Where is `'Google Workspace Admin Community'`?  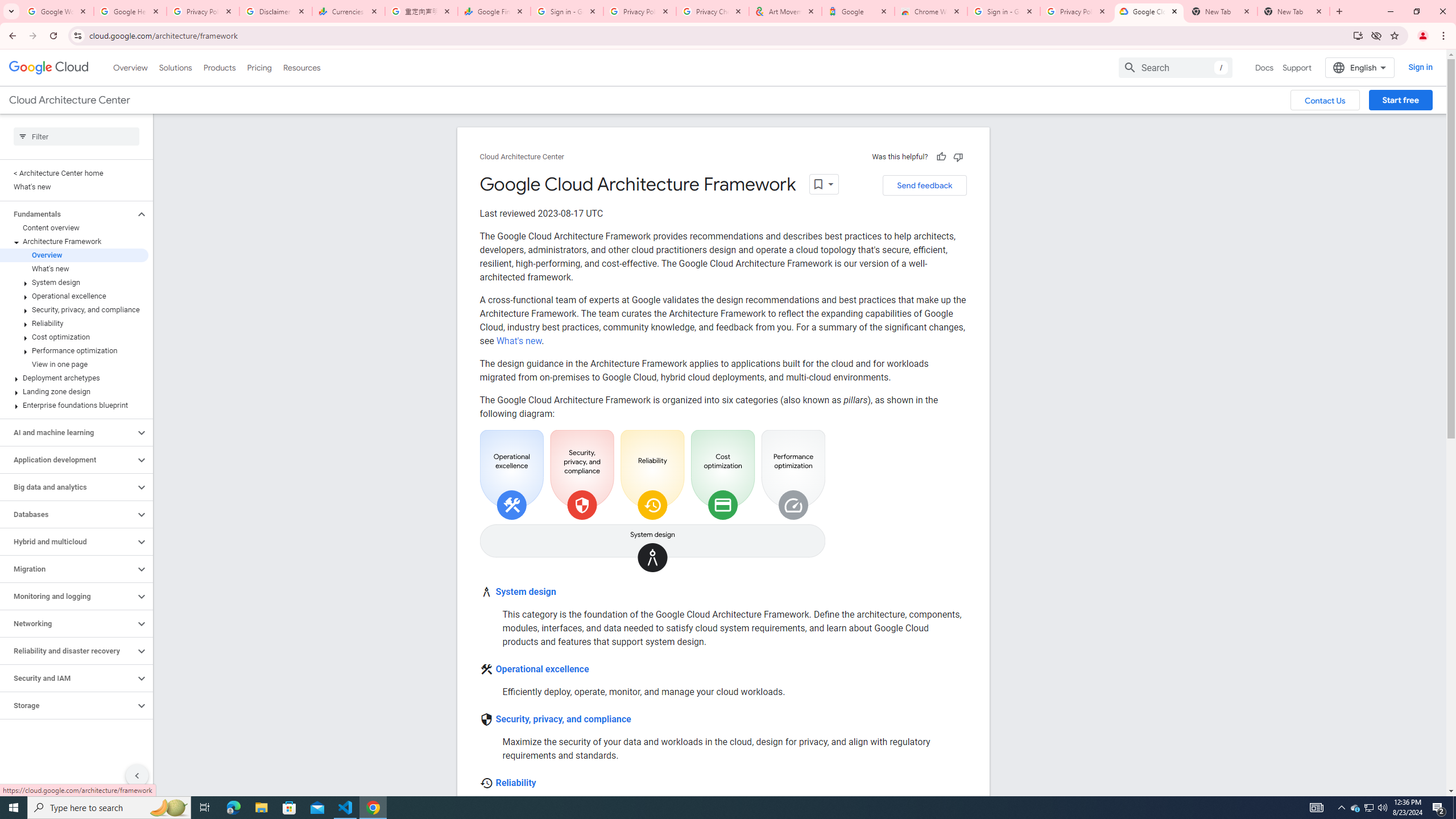 'Google Workspace Admin Community' is located at coordinates (57, 11).